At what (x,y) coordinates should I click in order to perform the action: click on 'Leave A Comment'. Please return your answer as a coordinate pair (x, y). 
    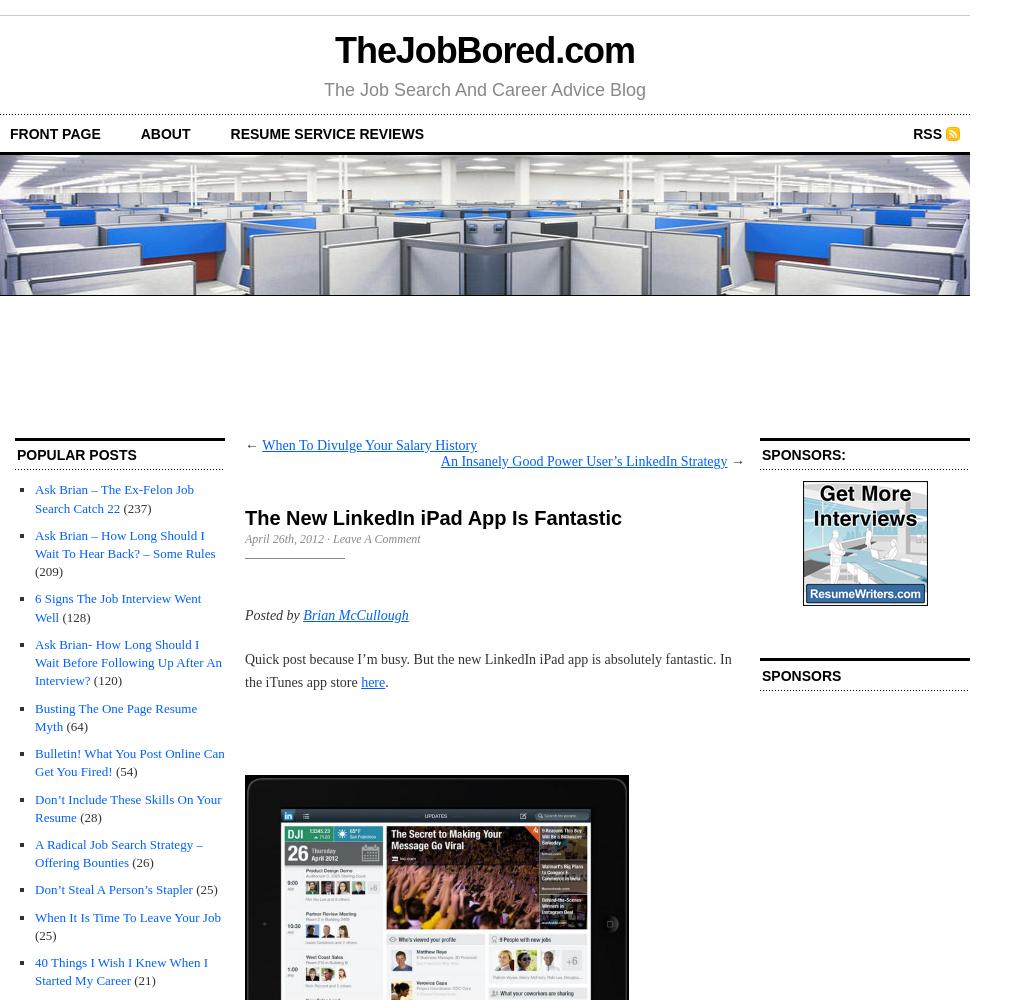
    Looking at the image, I should click on (376, 538).